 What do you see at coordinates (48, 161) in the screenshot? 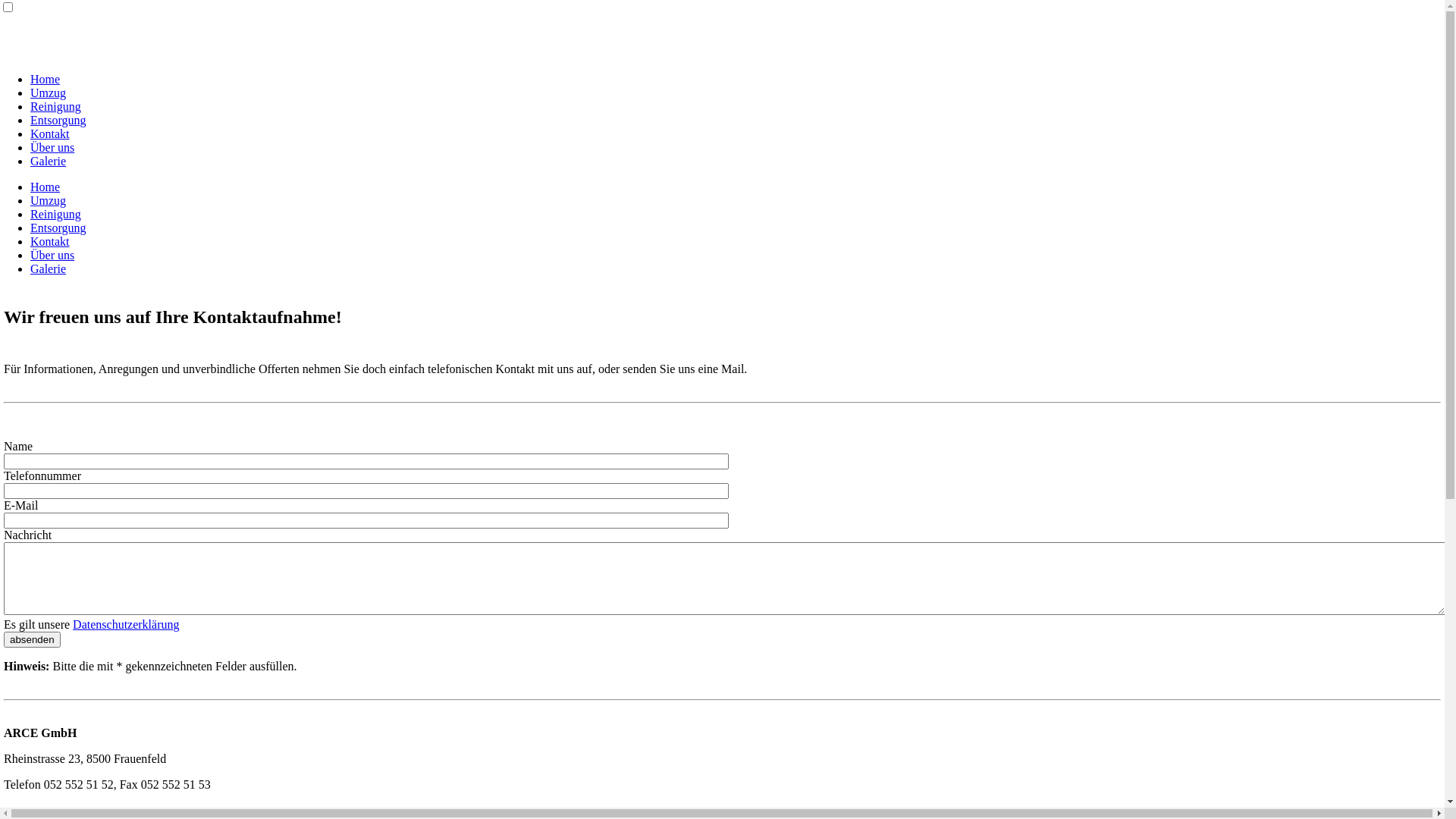
I see `'Galerie'` at bounding box center [48, 161].